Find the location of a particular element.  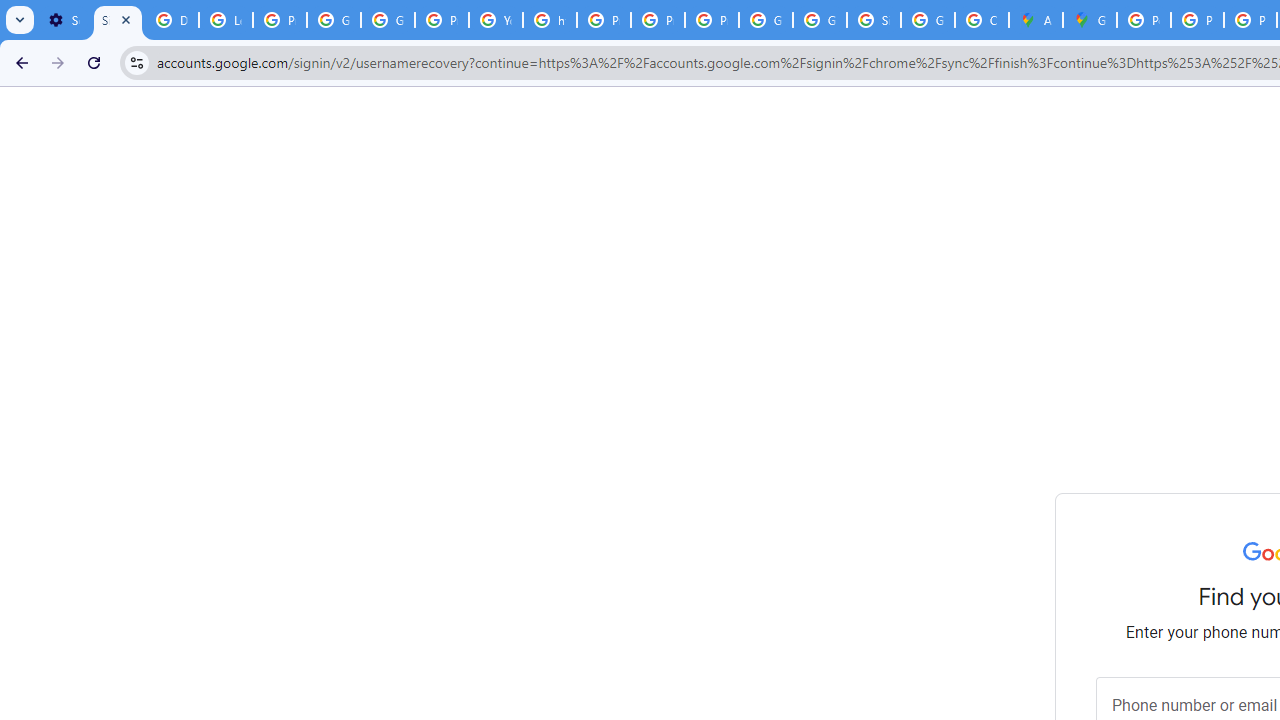

'Google Maps' is located at coordinates (1088, 20).